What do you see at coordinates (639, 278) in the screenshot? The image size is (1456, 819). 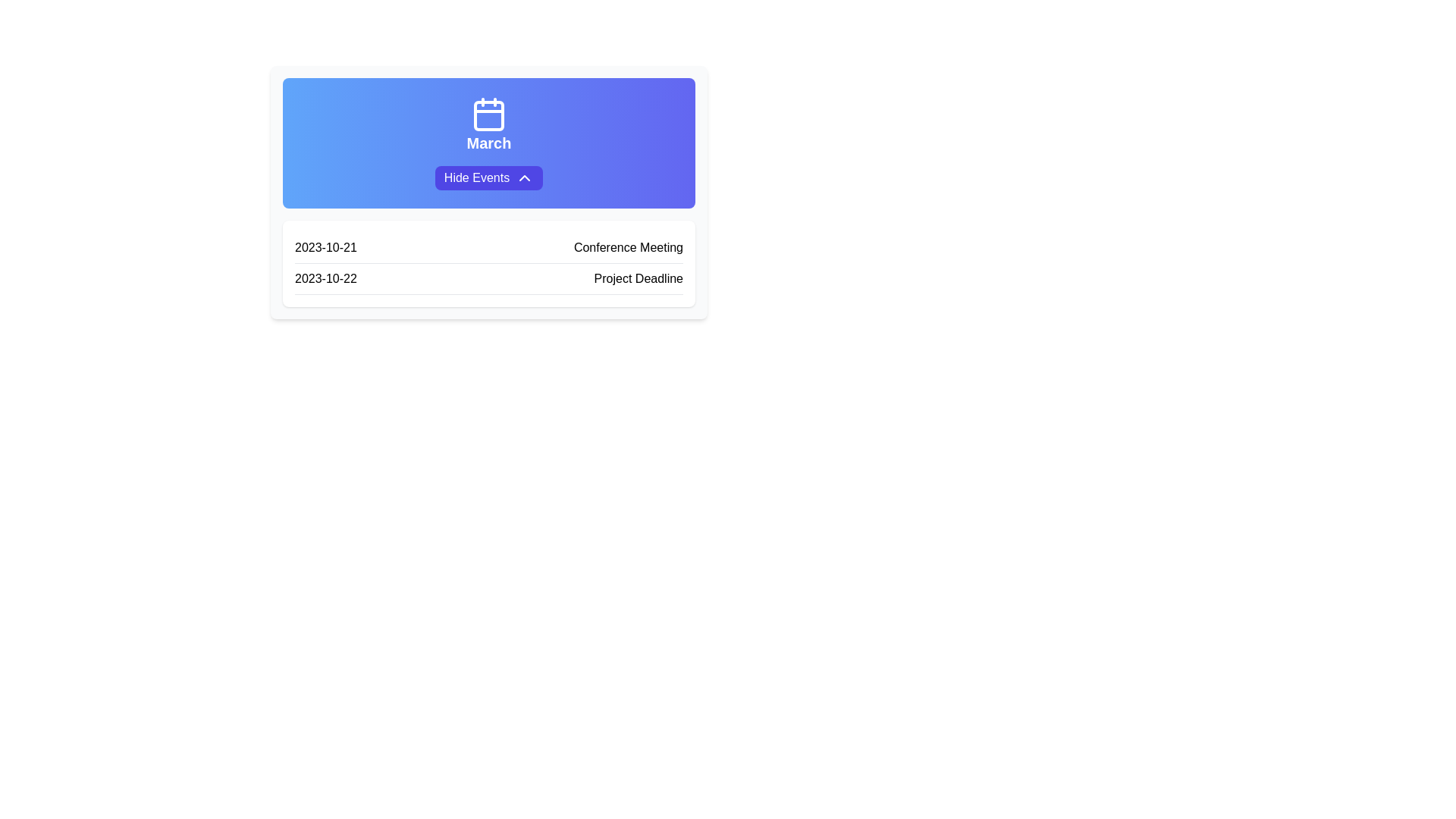 I see `the 'Project Deadline' text label` at bounding box center [639, 278].